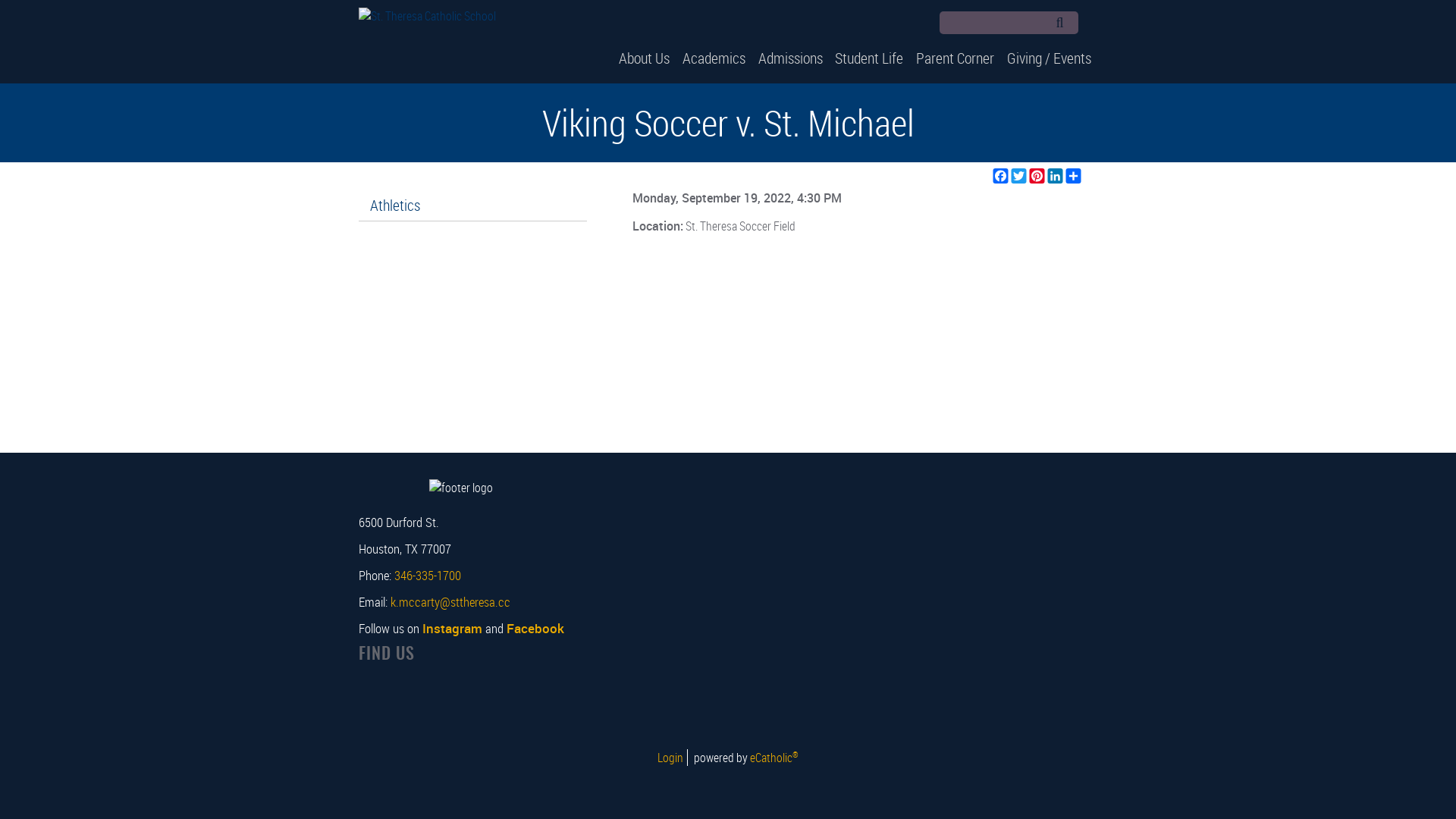 The height and width of the screenshot is (819, 1456). Describe the element at coordinates (789, 57) in the screenshot. I see `'Admissions'` at that location.